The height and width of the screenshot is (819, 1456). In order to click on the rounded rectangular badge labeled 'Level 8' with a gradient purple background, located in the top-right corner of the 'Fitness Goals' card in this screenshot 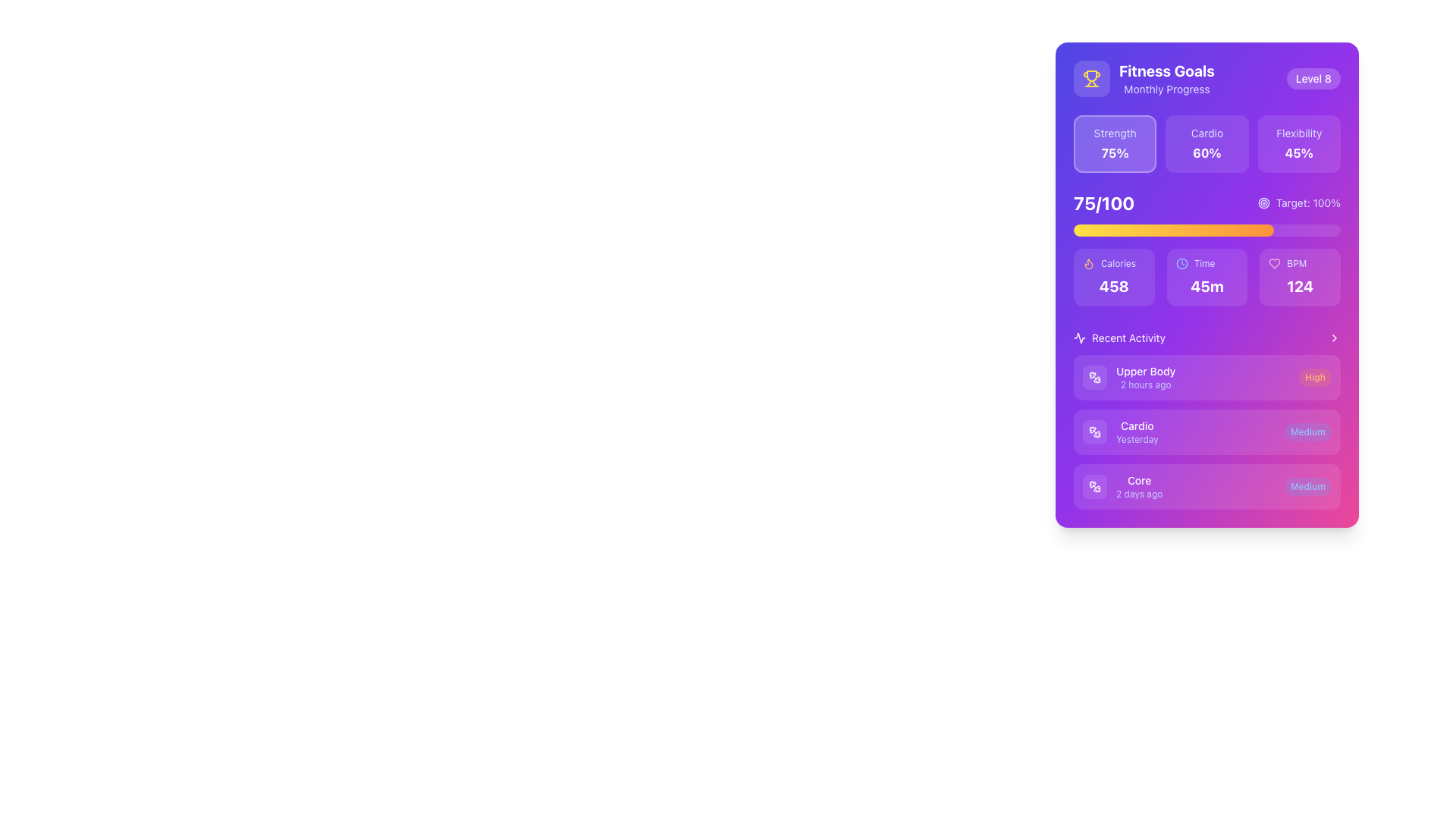, I will do `click(1313, 79)`.